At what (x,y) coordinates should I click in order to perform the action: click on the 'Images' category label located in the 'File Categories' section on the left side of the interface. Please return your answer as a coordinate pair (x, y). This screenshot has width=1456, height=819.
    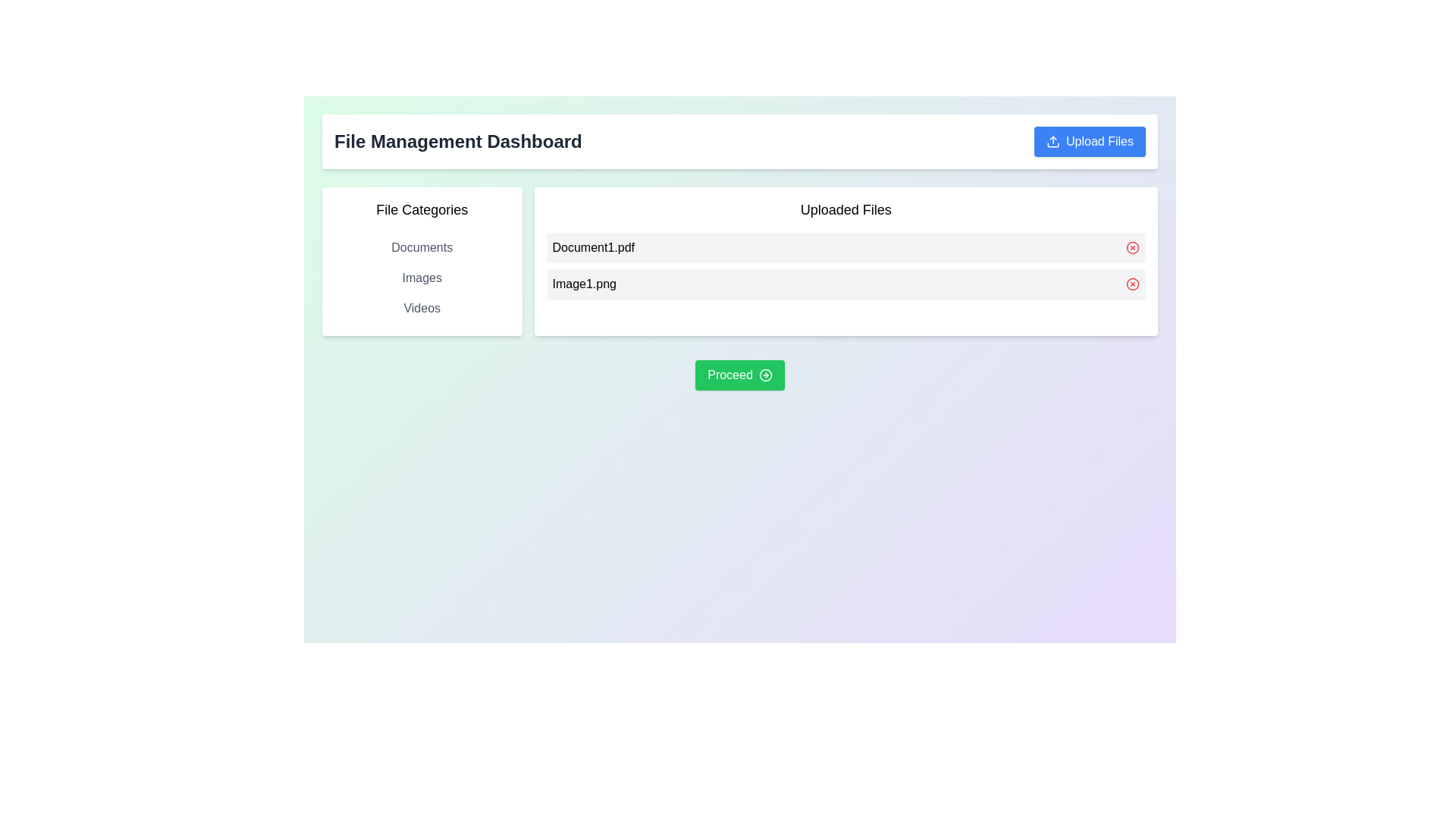
    Looking at the image, I should click on (422, 278).